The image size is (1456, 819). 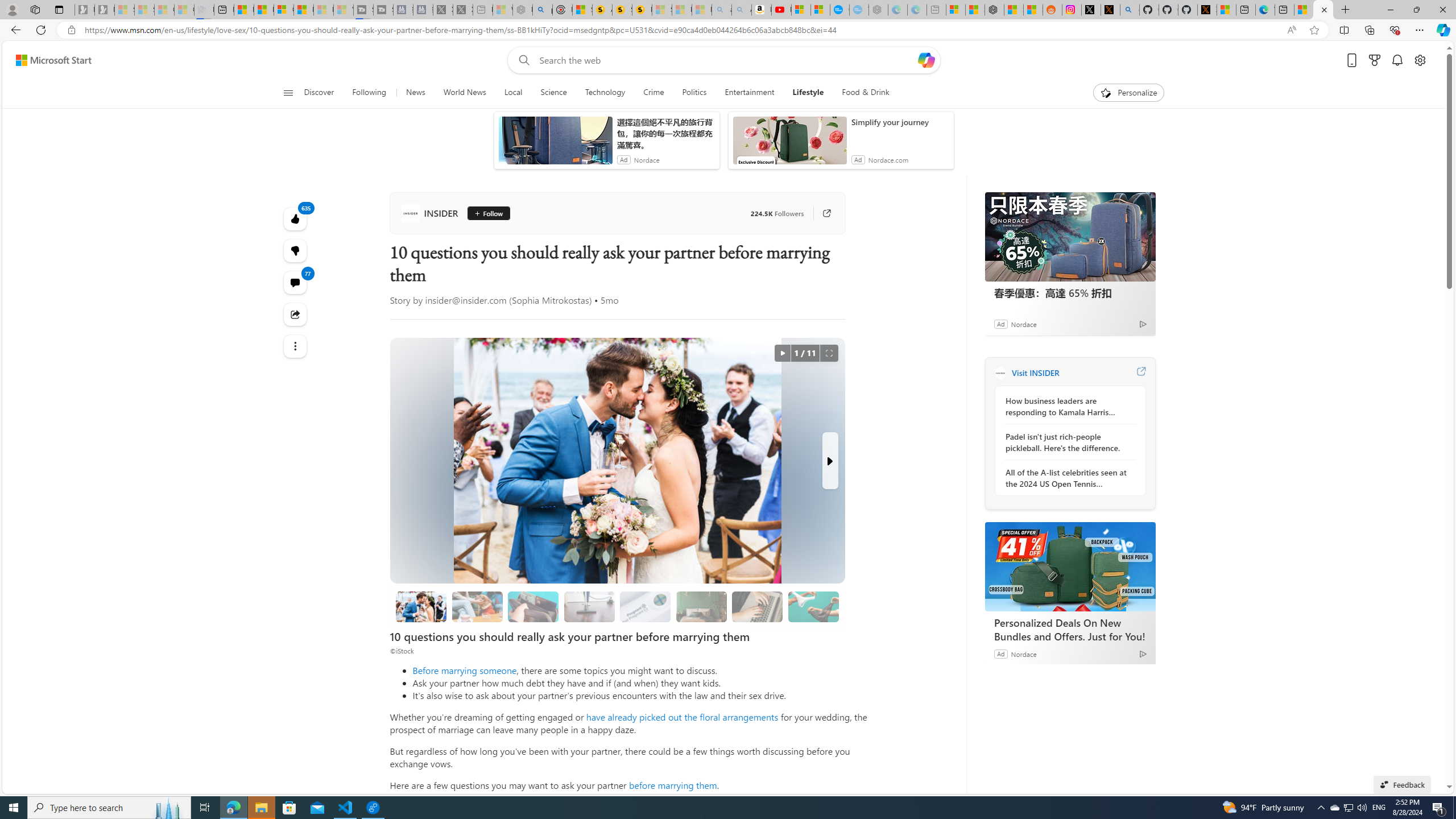 What do you see at coordinates (858, 9) in the screenshot?
I see `'The most popular Google '` at bounding box center [858, 9].